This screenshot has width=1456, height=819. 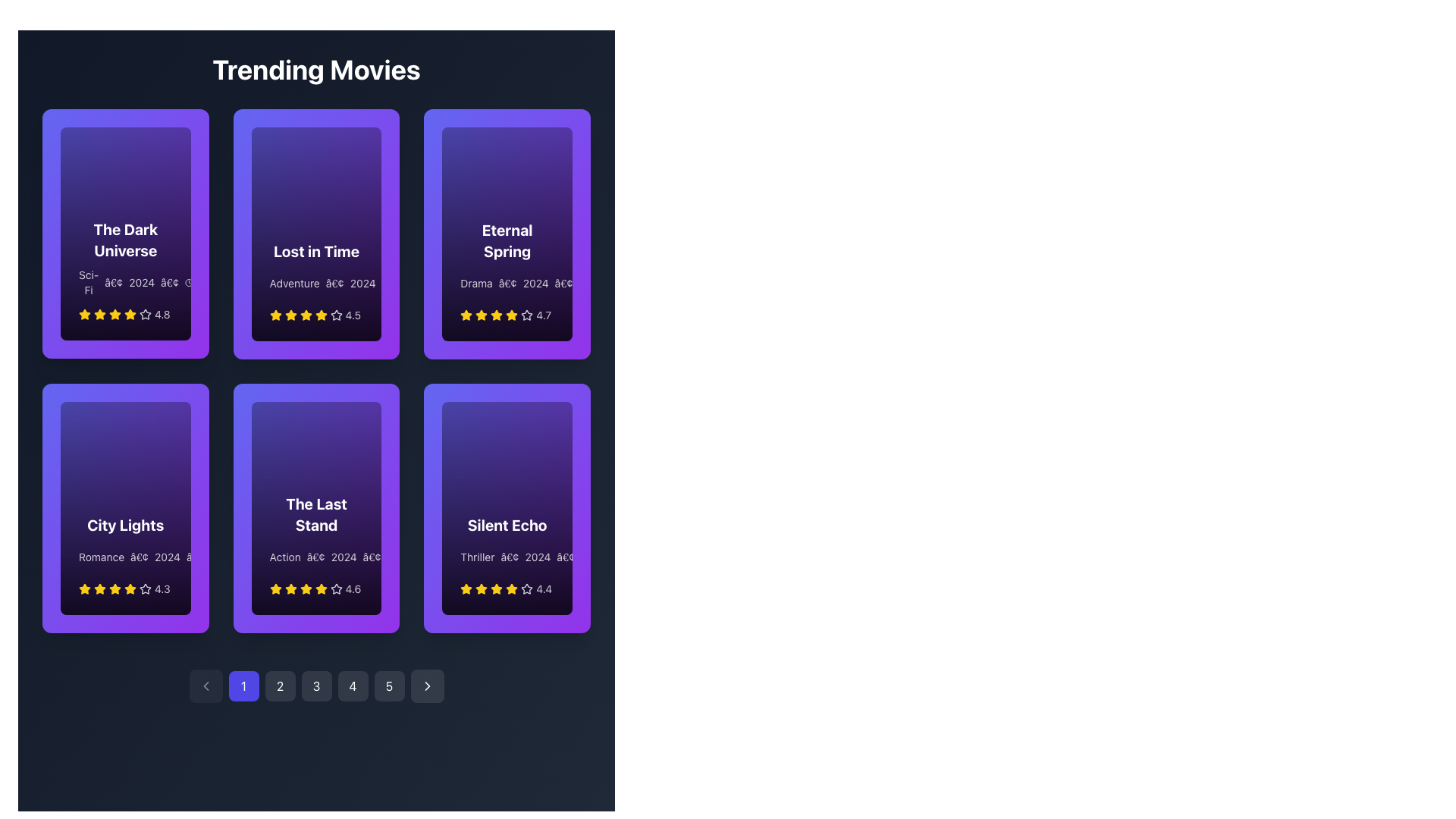 I want to click on the 'Lost in Time' text on the movie card, so click(x=315, y=281).